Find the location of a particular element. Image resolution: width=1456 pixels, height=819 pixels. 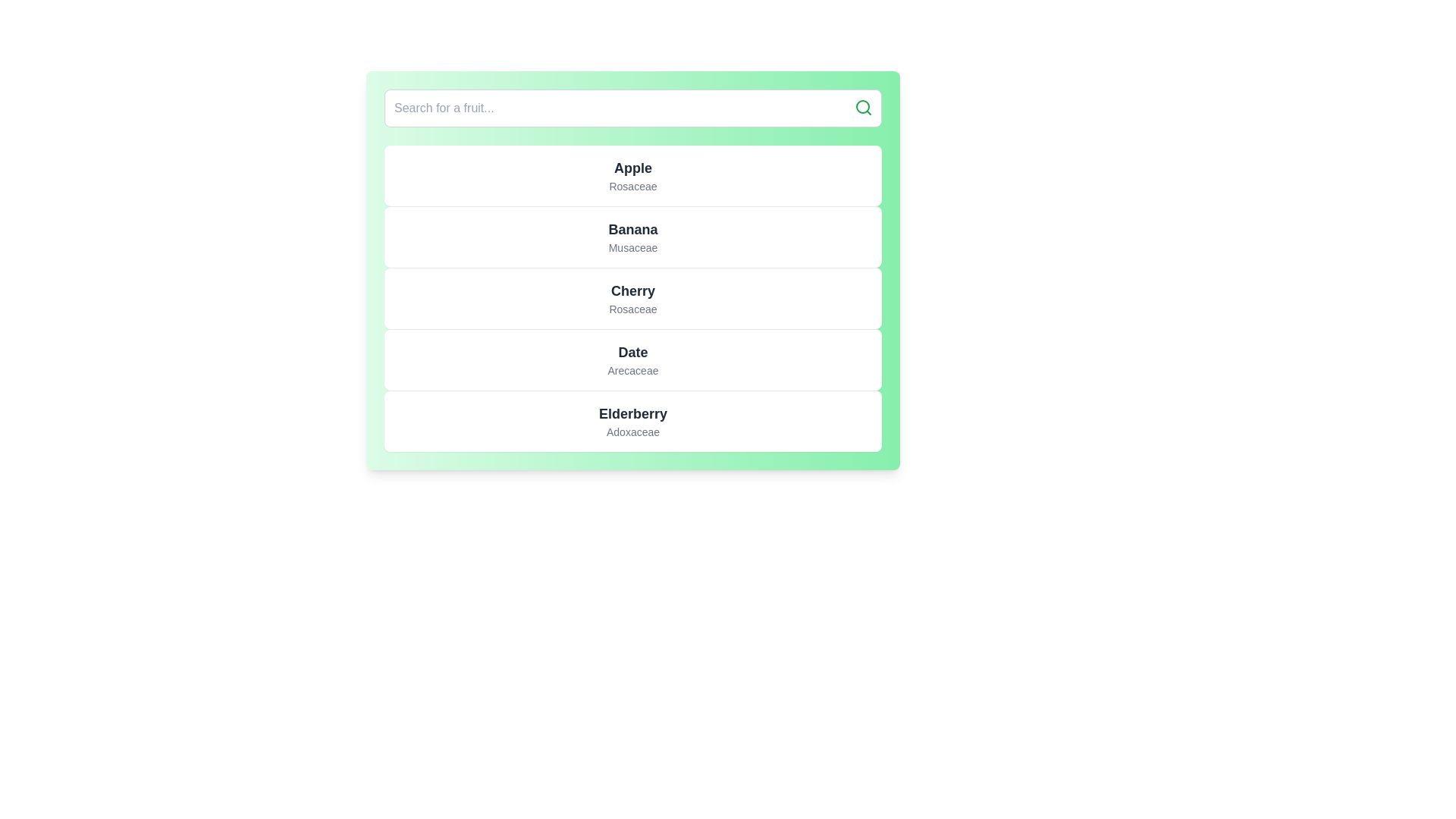

the third fruit card, which is positioned between the 'Banana' and 'Date' cards in a vertical list is located at coordinates (633, 298).